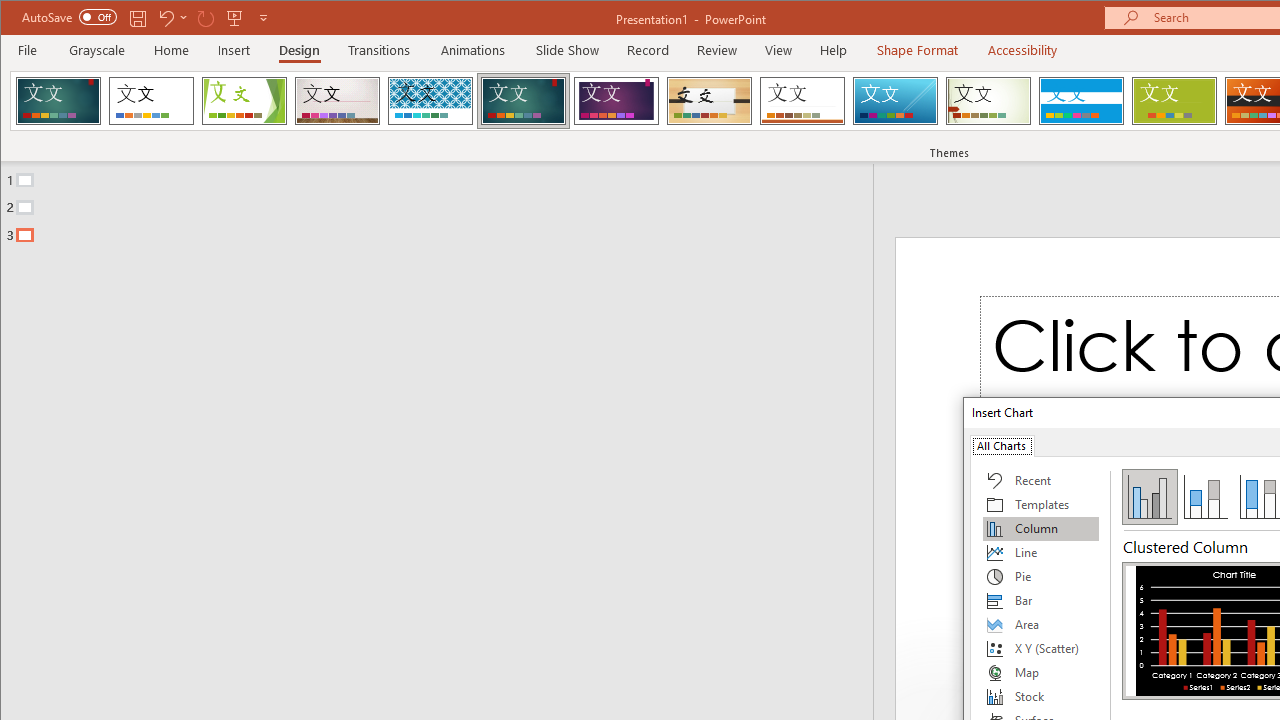 The image size is (1280, 720). Describe the element at coordinates (709, 100) in the screenshot. I see `'Organic'` at that location.